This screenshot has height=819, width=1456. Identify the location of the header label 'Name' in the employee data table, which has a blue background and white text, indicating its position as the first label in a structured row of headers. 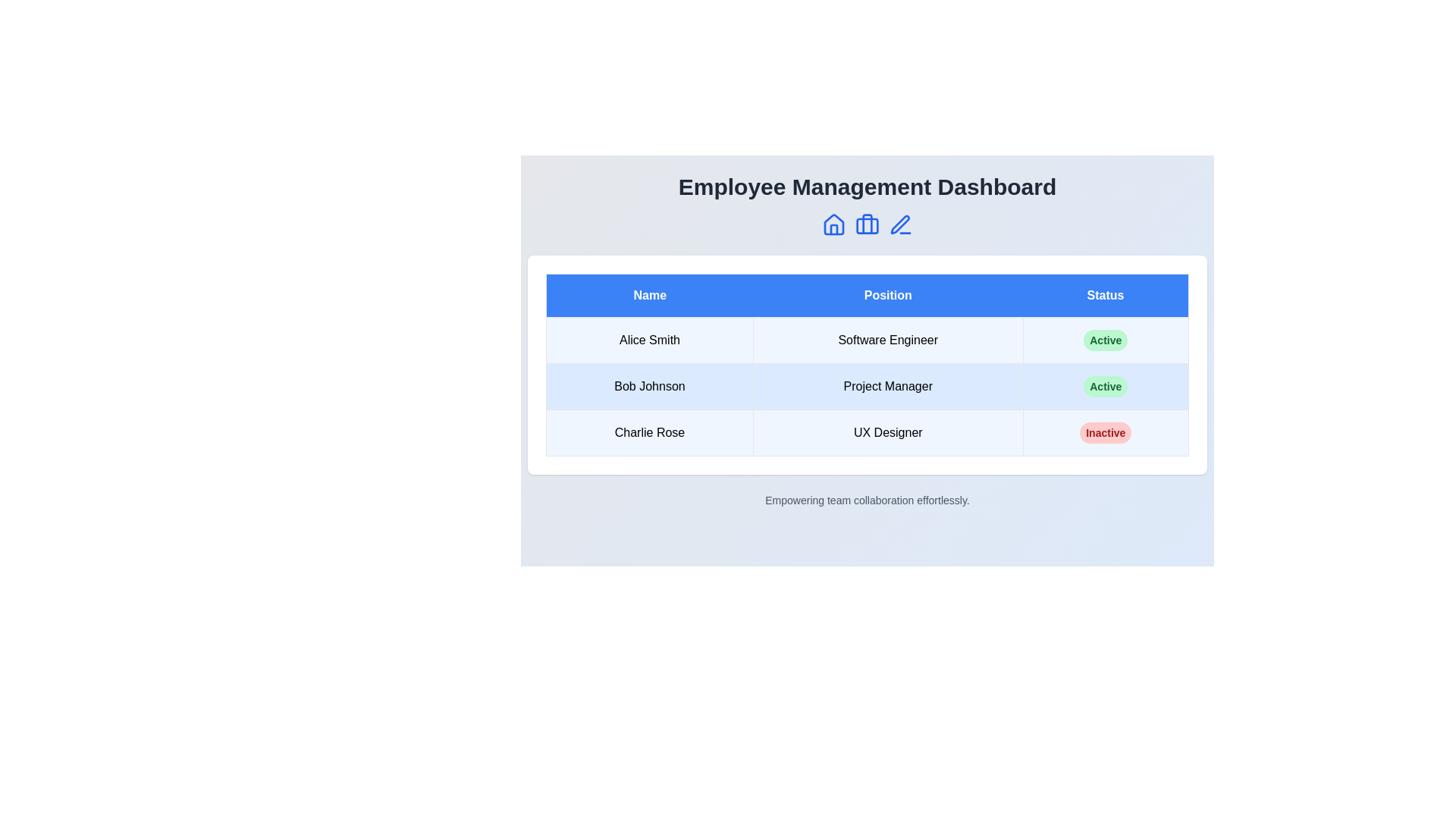
(649, 295).